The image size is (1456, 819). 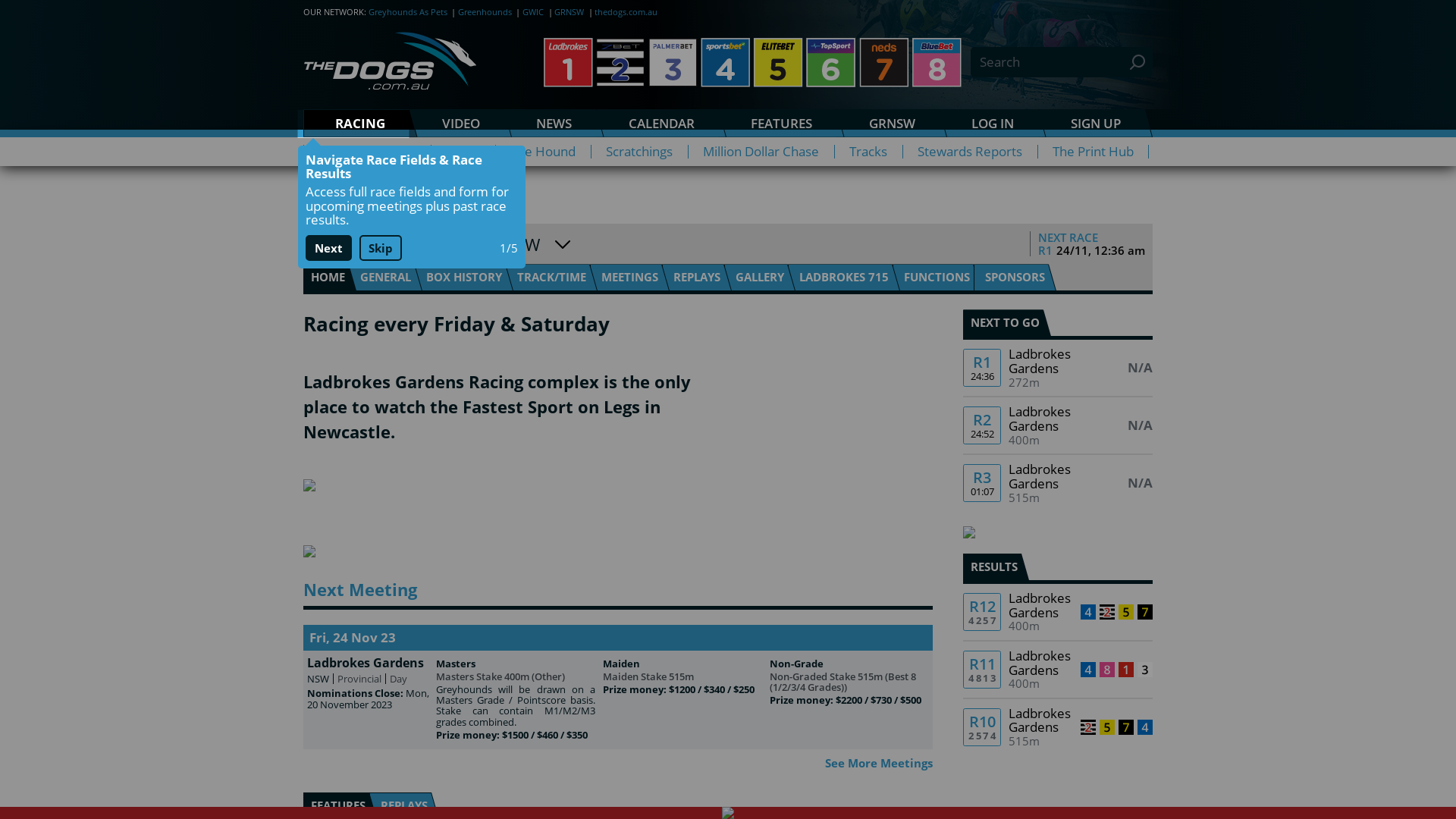 What do you see at coordinates (532, 11) in the screenshot?
I see `'GWIC'` at bounding box center [532, 11].